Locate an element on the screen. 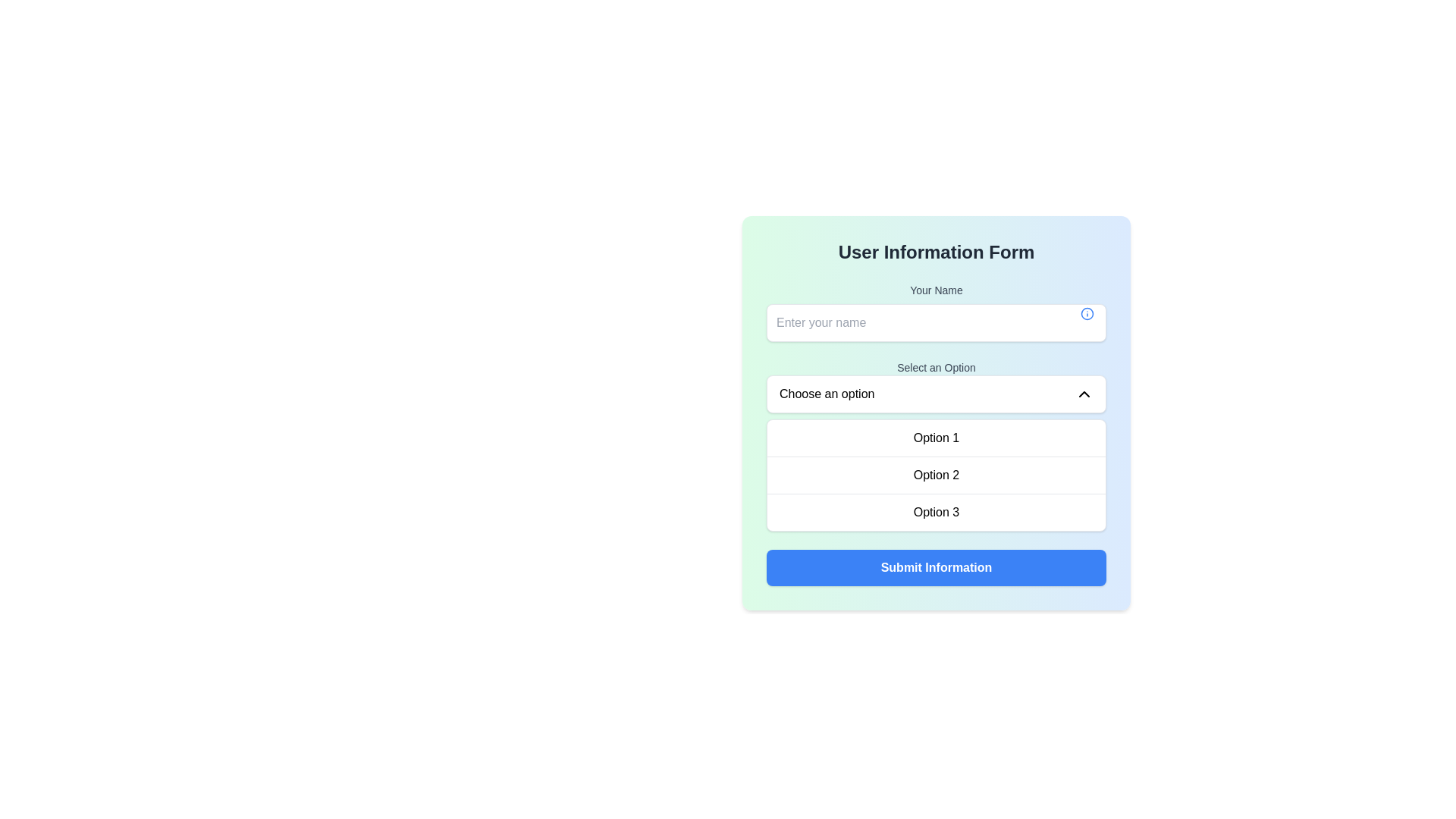 Image resolution: width=1456 pixels, height=819 pixels. the List Item labeled 'Option 2' by performing a left click on it is located at coordinates (935, 473).